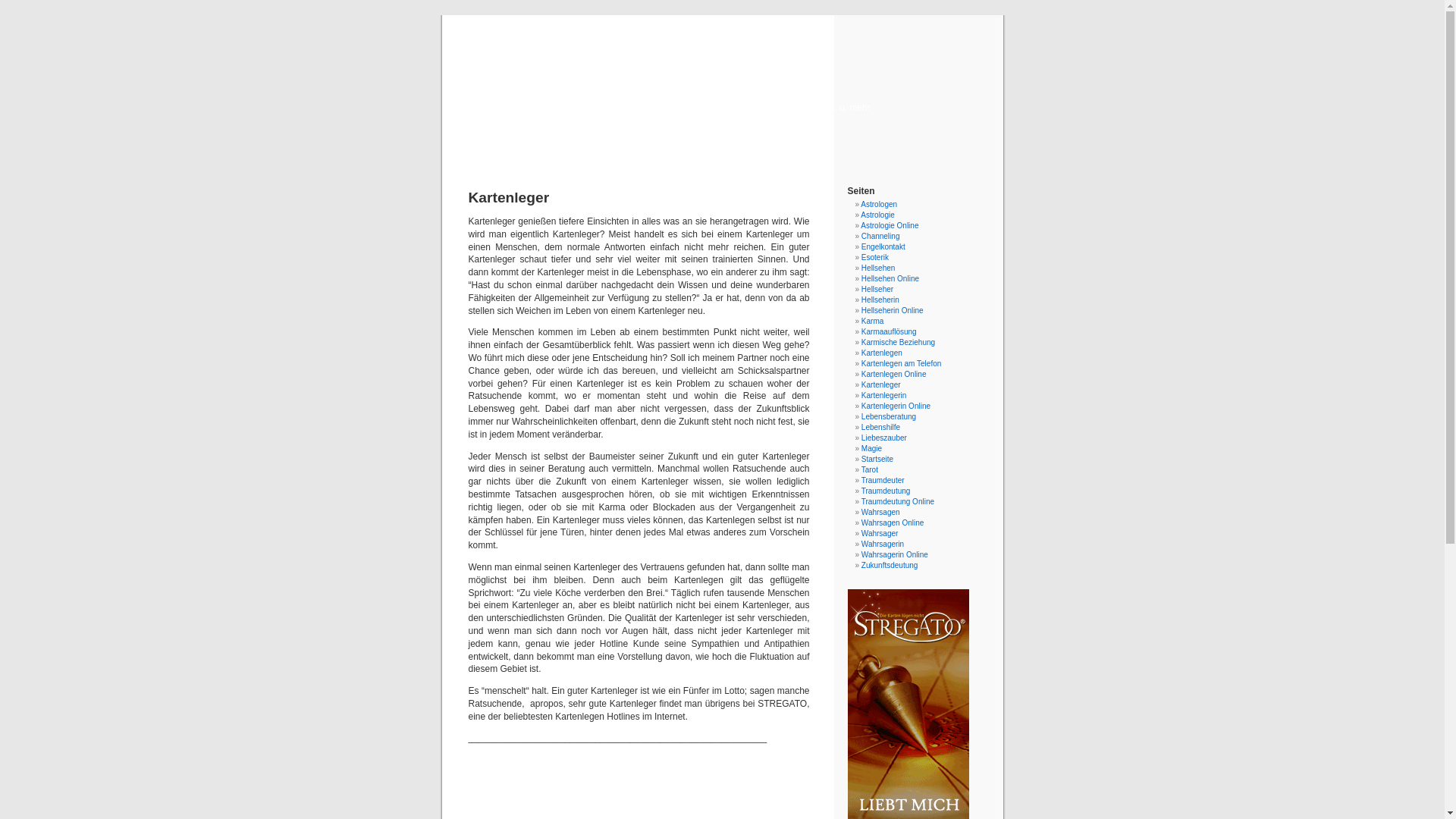 The image size is (1456, 819). Describe the element at coordinates (861, 289) in the screenshot. I see `'Hellseher'` at that location.